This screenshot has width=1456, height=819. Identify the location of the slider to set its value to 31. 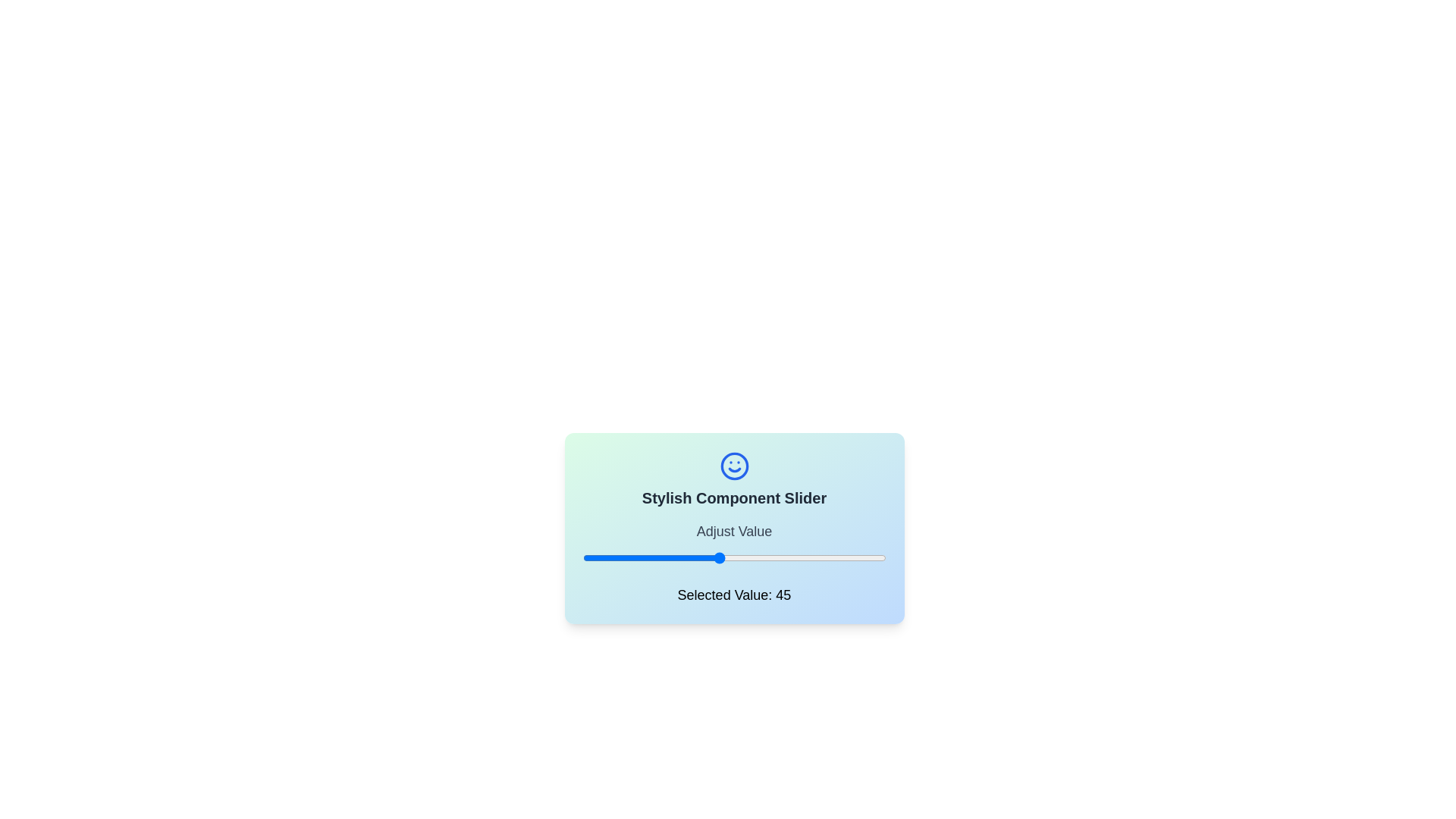
(676, 558).